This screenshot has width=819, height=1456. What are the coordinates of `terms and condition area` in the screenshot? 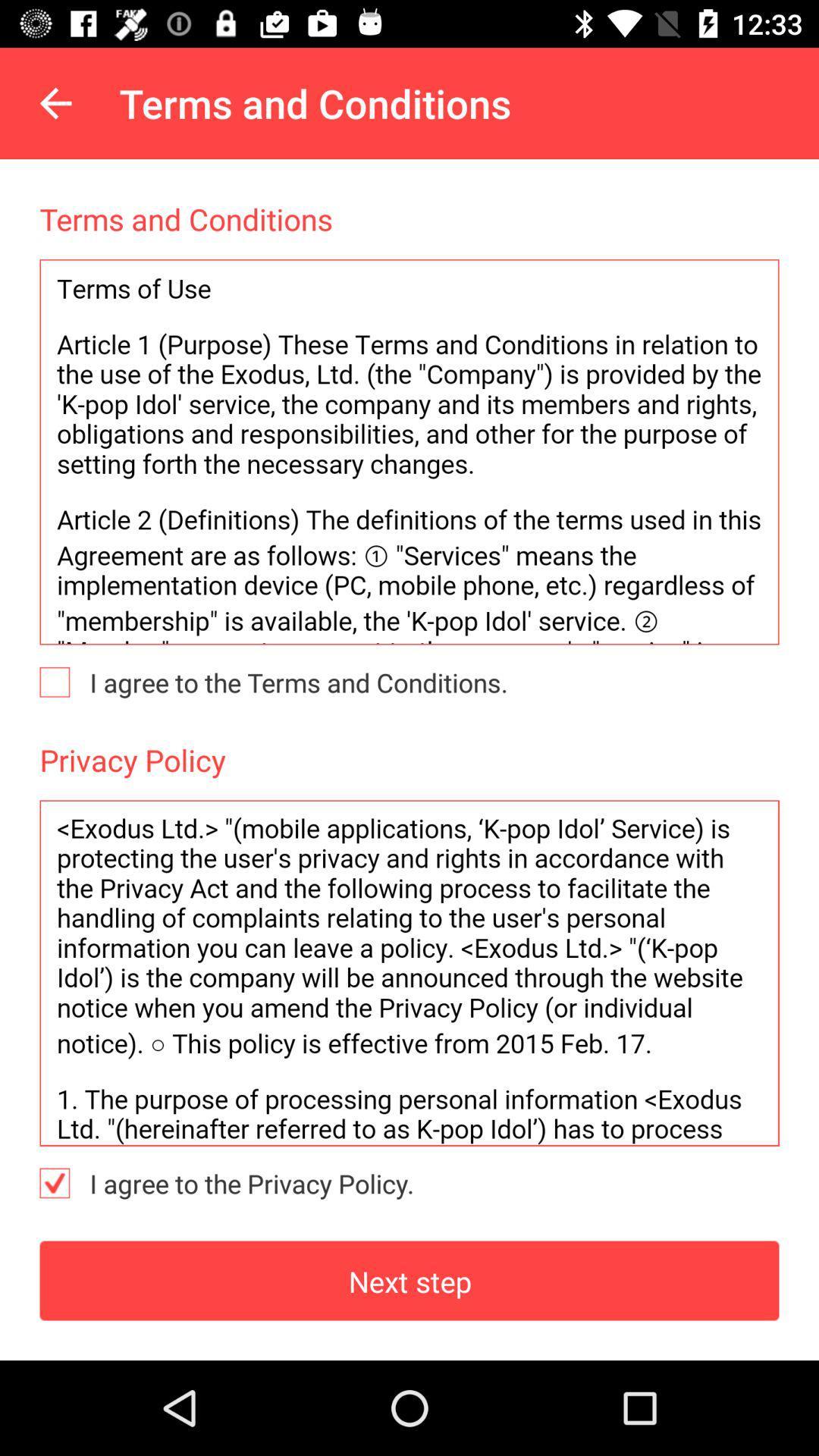 It's located at (409, 451).